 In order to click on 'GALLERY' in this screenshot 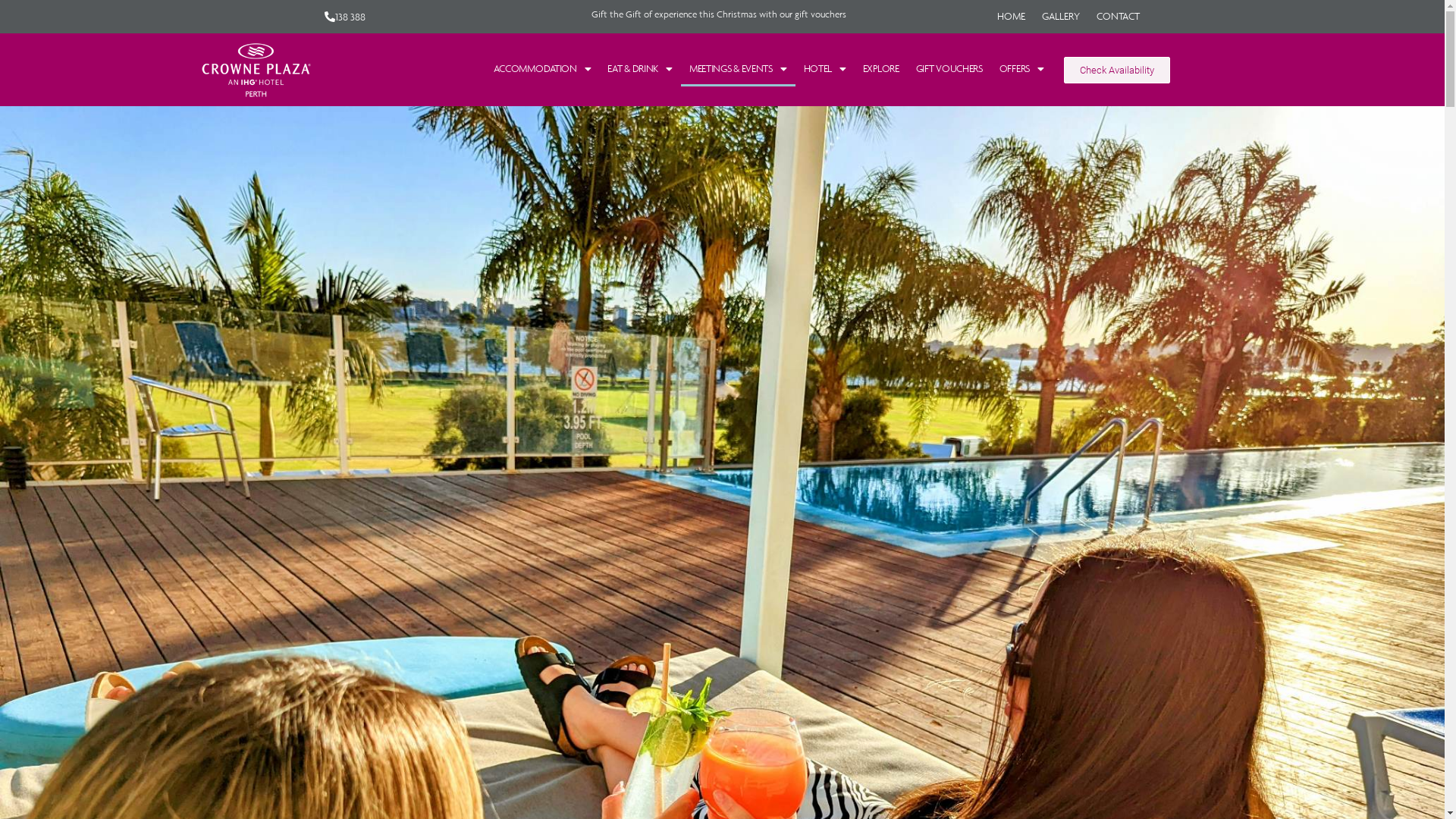, I will do `click(1059, 17)`.